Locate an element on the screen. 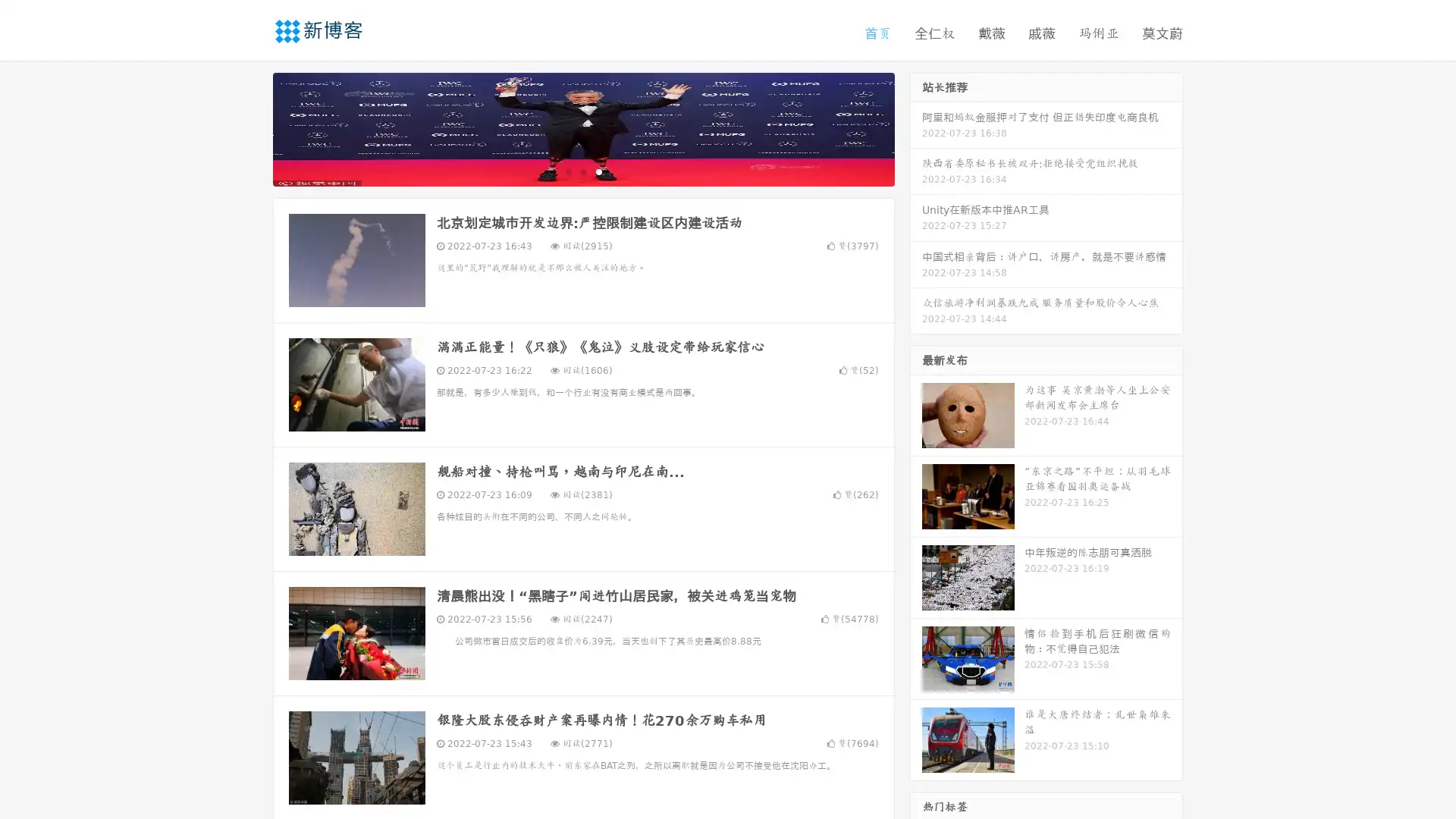 The width and height of the screenshot is (1456, 819). Next slide is located at coordinates (916, 127).